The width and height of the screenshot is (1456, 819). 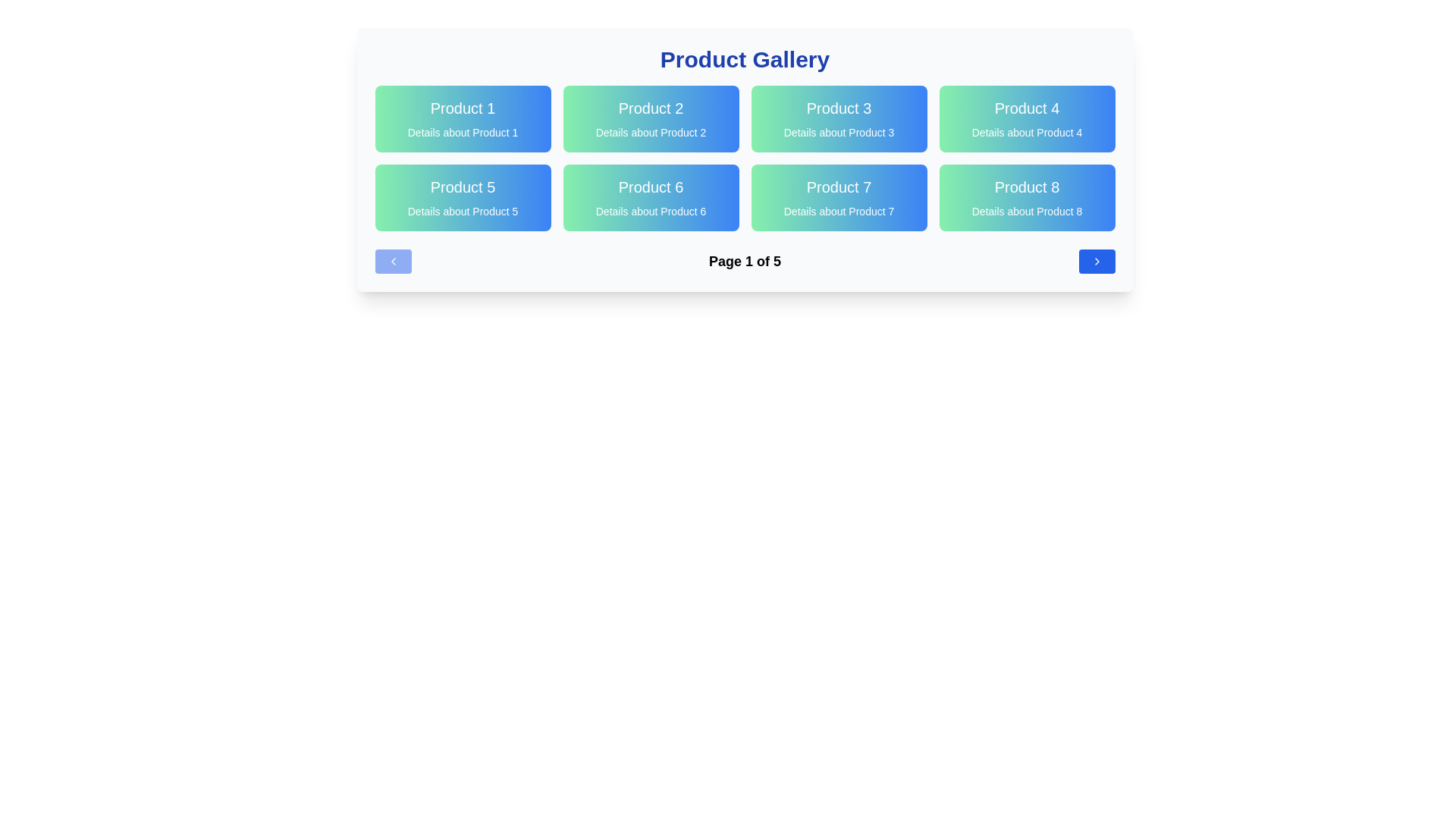 I want to click on the text label displaying 'Details about Product 5', which is styled in white against a gradient background, located below the title 'Product 5' in the second row's first card of the product grid, so click(x=462, y=211).